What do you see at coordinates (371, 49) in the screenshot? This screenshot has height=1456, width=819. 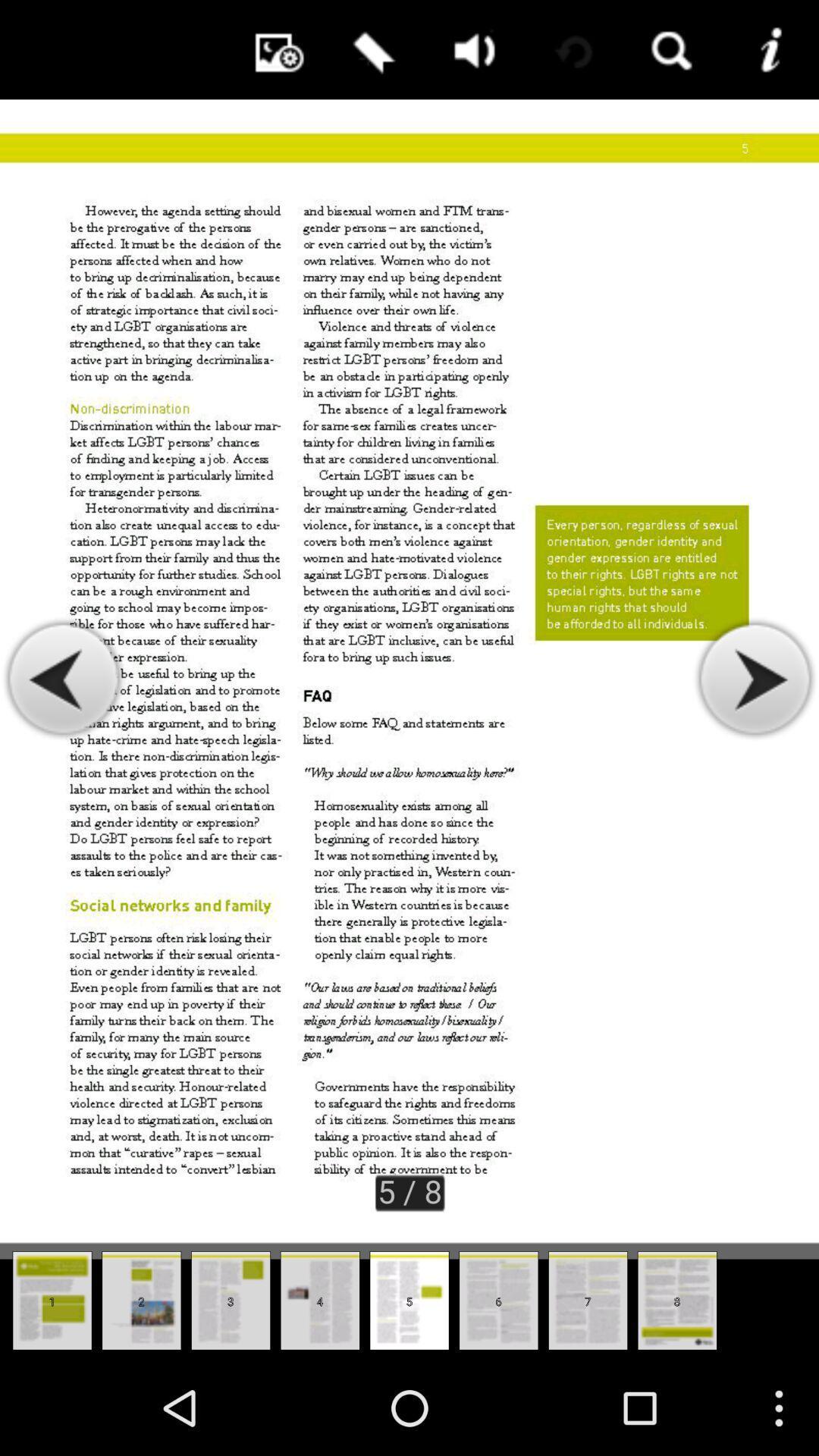 I see `item above 5 / 8 app` at bounding box center [371, 49].